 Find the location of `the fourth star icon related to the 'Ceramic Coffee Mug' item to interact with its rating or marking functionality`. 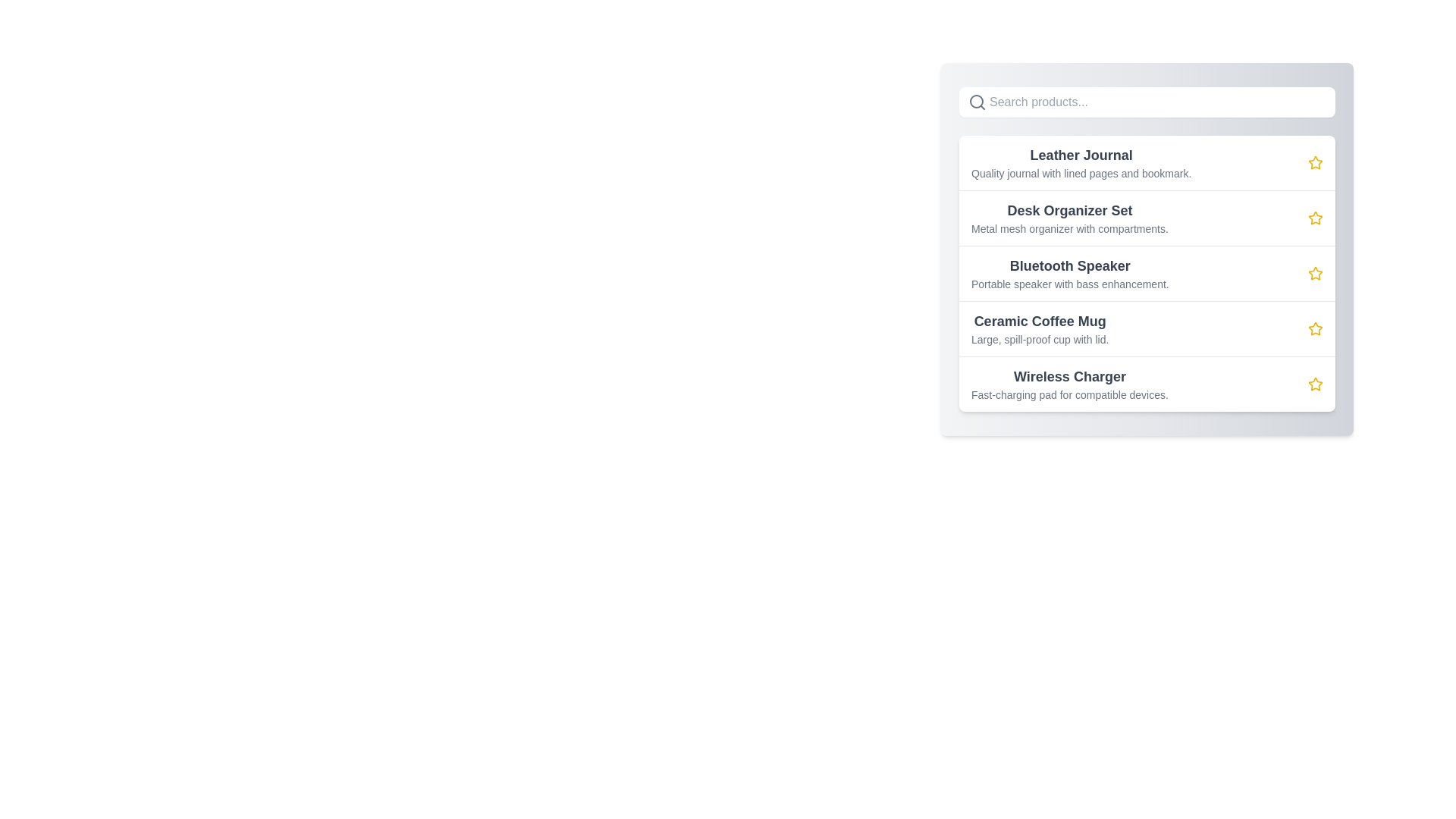

the fourth star icon related to the 'Ceramic Coffee Mug' item to interact with its rating or marking functionality is located at coordinates (1314, 328).